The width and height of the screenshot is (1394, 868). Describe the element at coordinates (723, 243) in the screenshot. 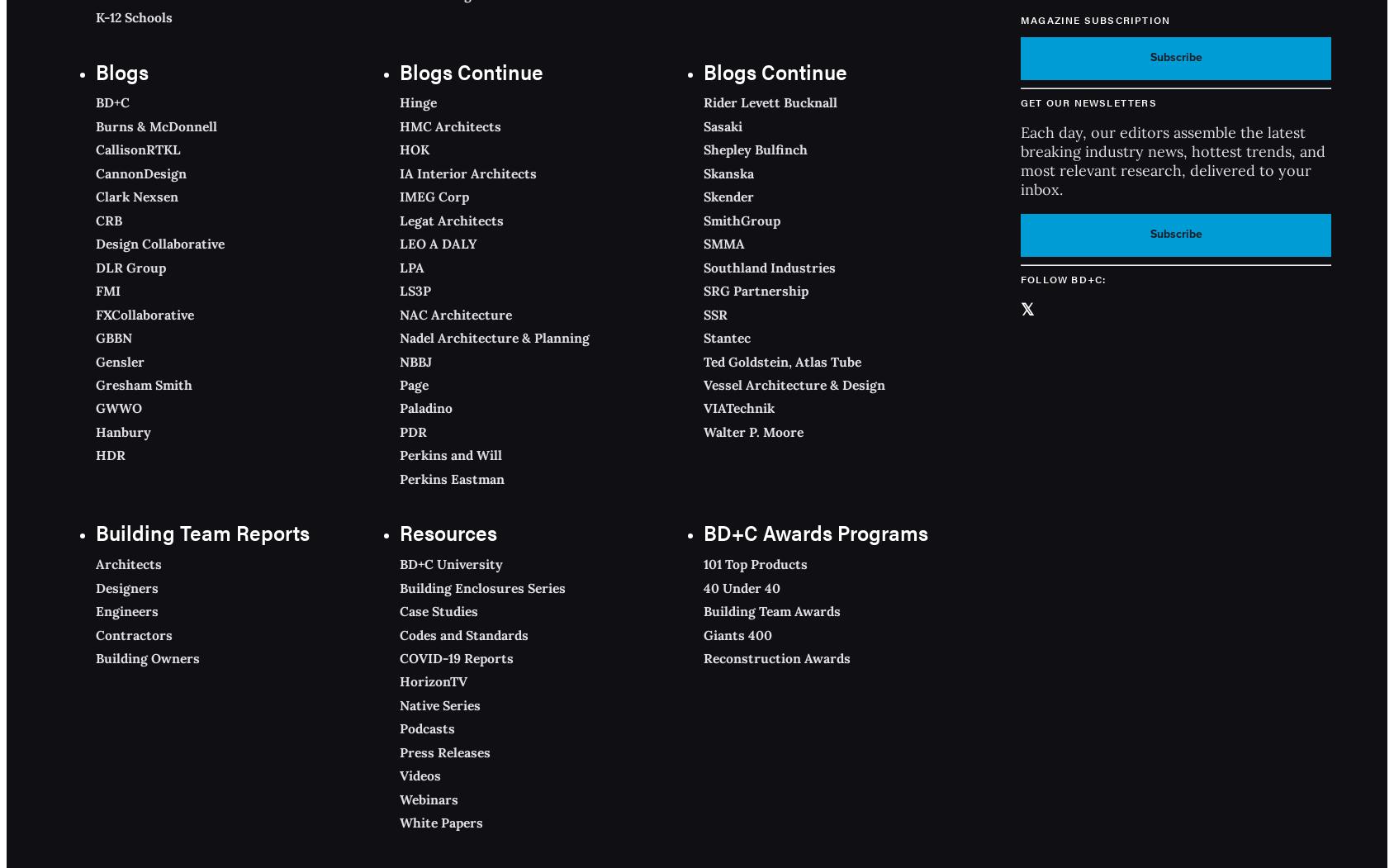

I see `'SMMA'` at that location.